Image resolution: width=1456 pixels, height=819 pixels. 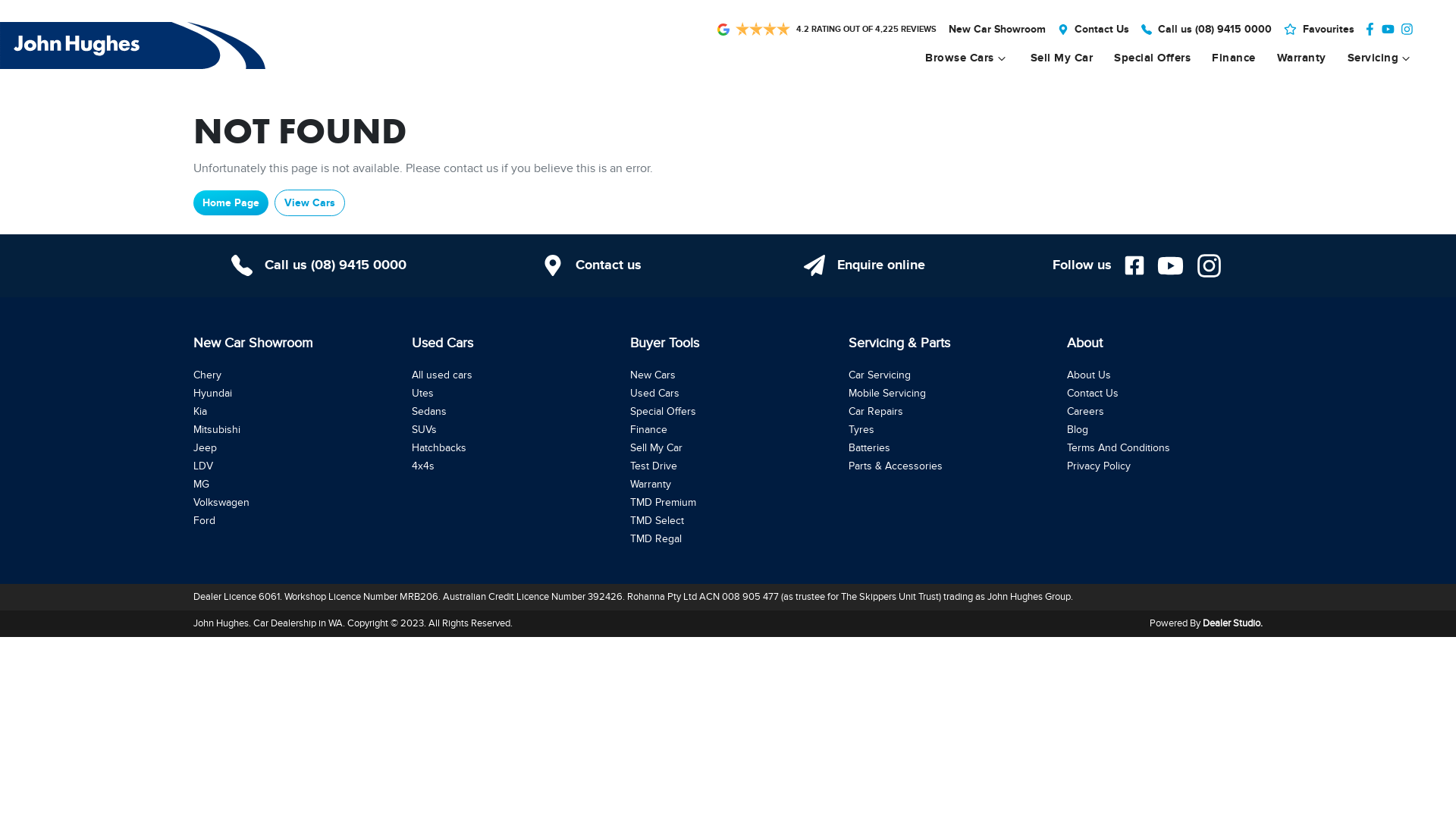 What do you see at coordinates (1323, 29) in the screenshot?
I see `'Favourites'` at bounding box center [1323, 29].